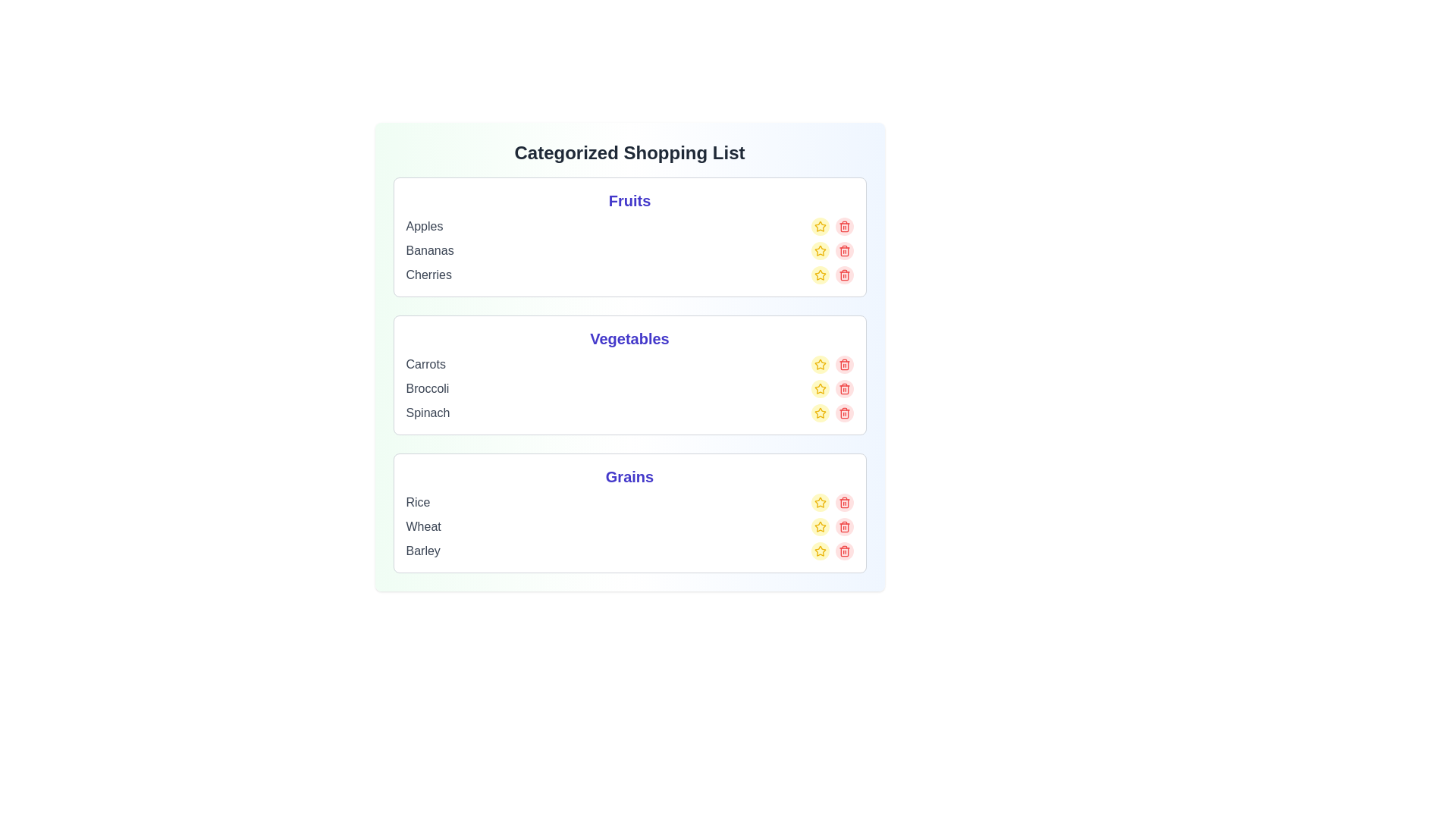 This screenshot has width=1456, height=819. I want to click on the category title Vegetables to read its name, so click(629, 338).